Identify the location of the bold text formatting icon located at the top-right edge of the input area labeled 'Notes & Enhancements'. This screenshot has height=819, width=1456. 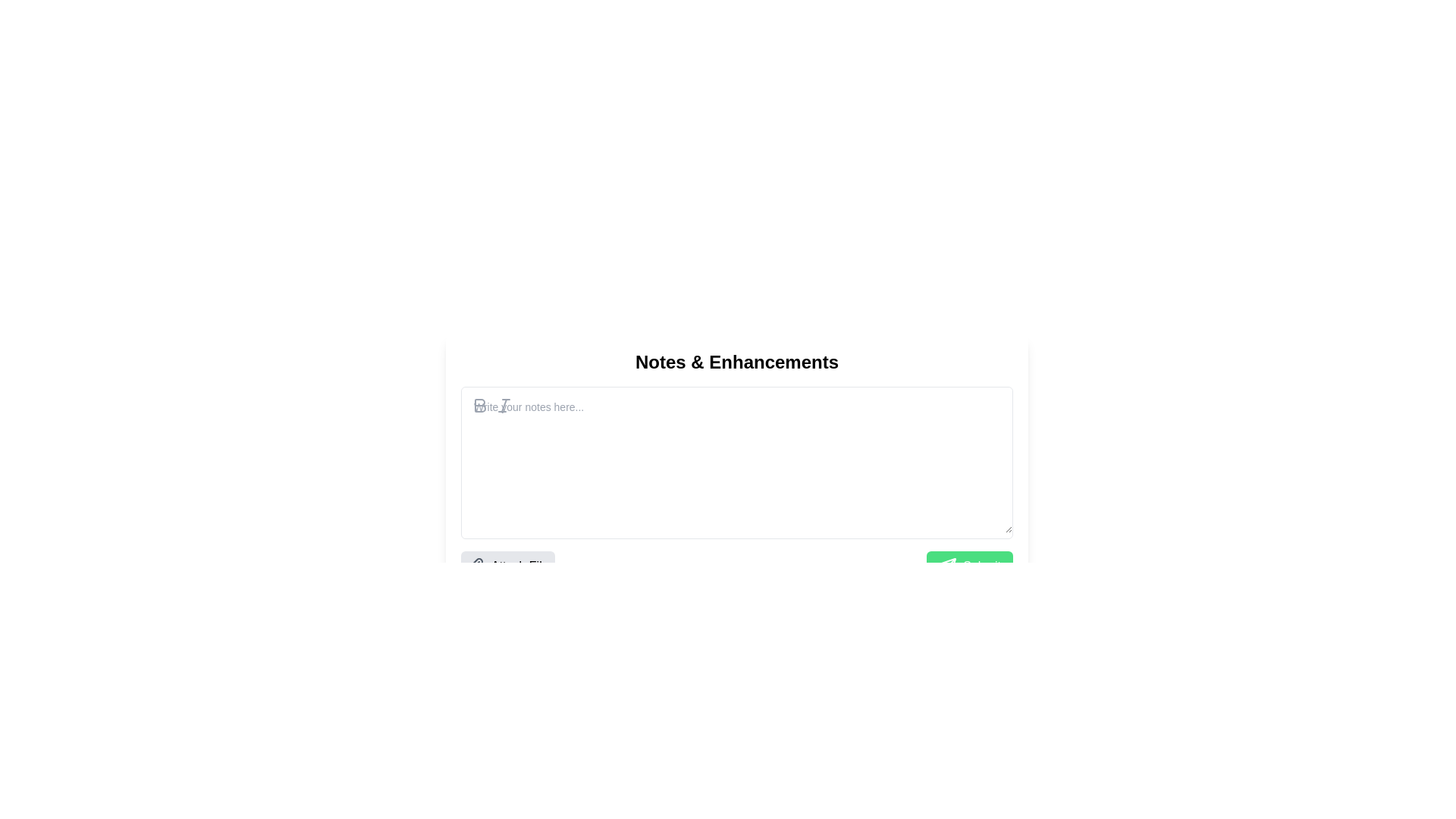
(479, 405).